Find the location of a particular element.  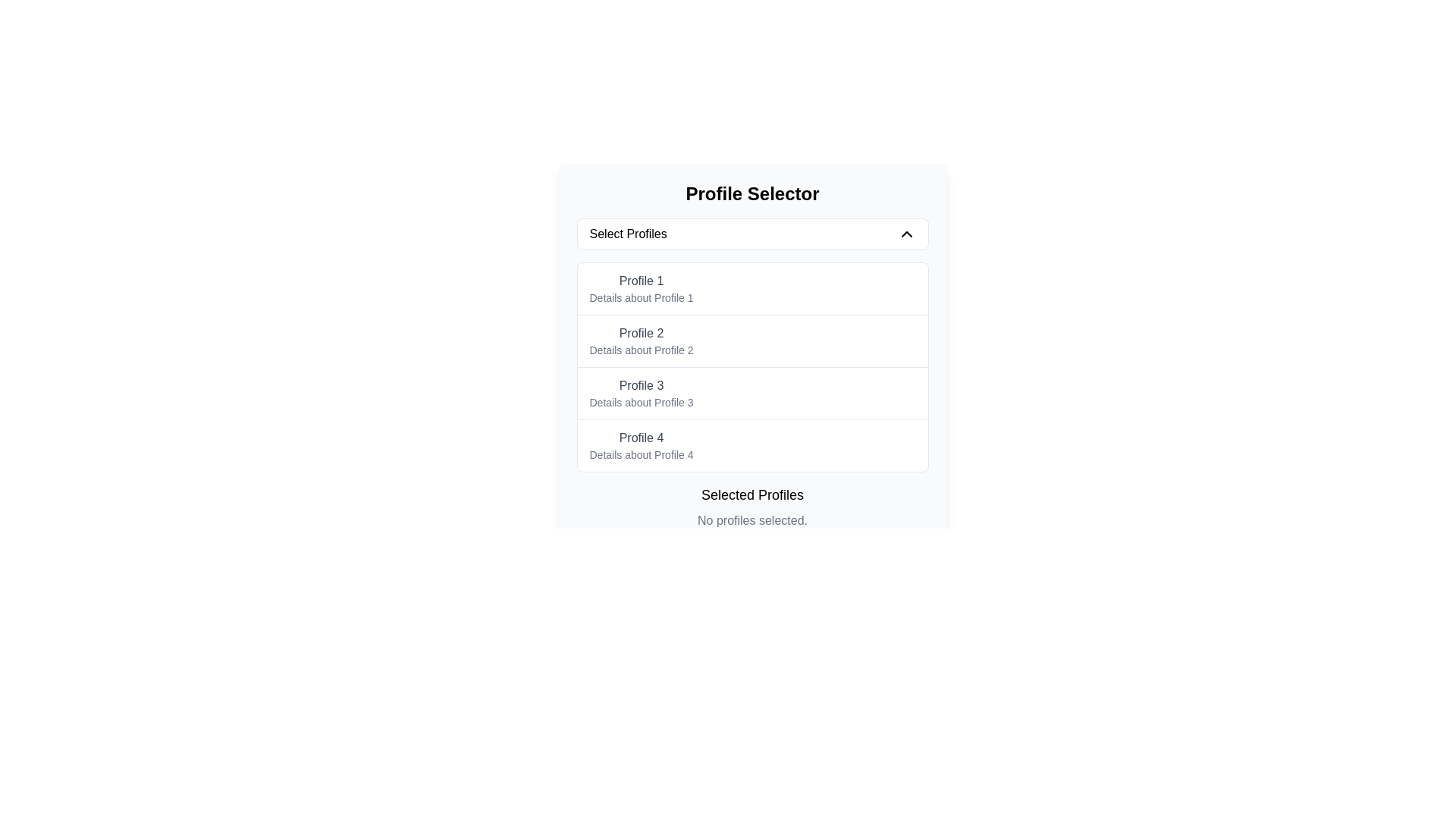

the second item in the profile list titled 'Profile Selector', which displays 'Profile 2' and 'Details about Profile 2' is located at coordinates (752, 356).